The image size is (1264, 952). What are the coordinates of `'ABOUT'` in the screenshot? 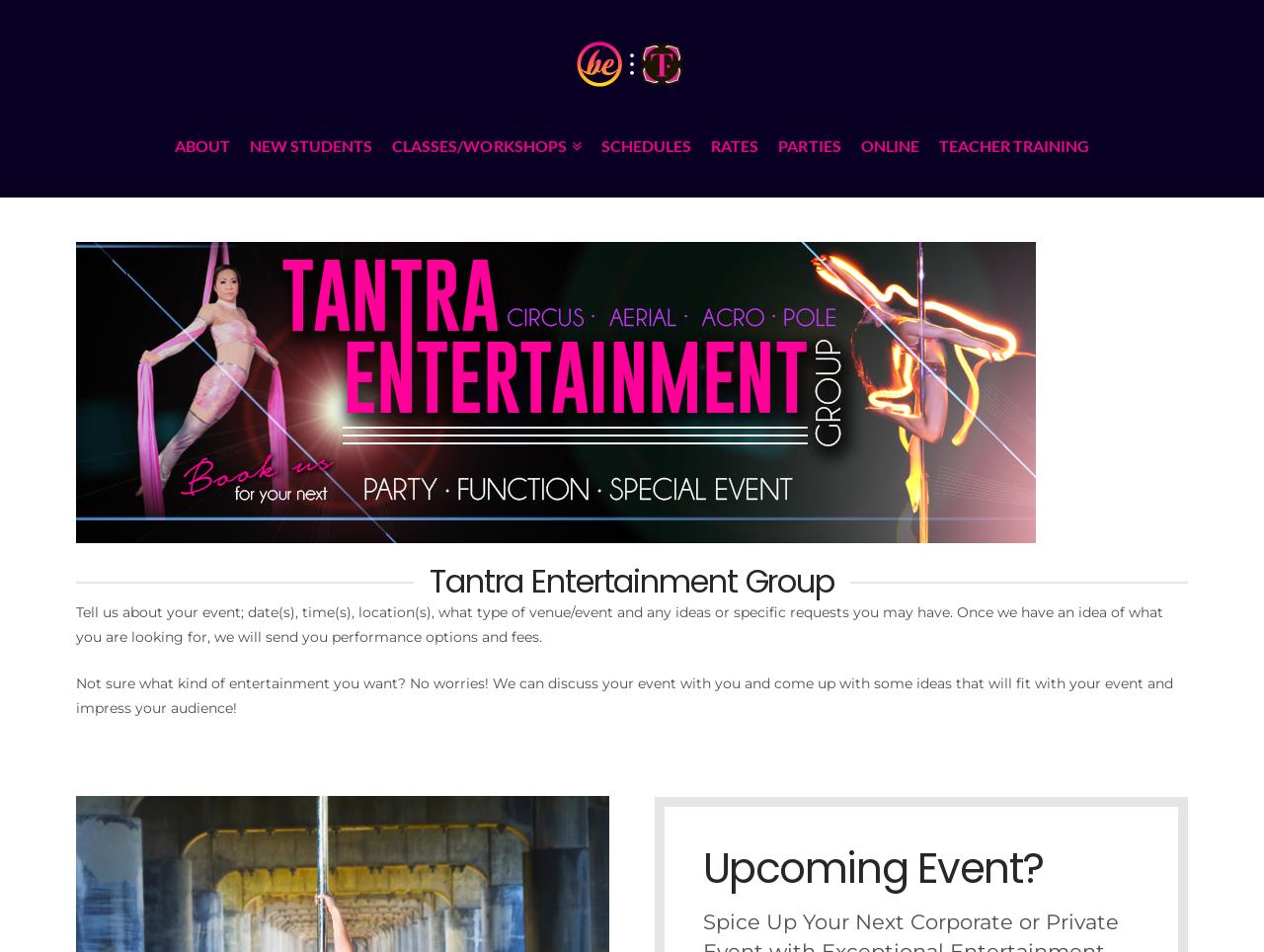 It's located at (202, 145).